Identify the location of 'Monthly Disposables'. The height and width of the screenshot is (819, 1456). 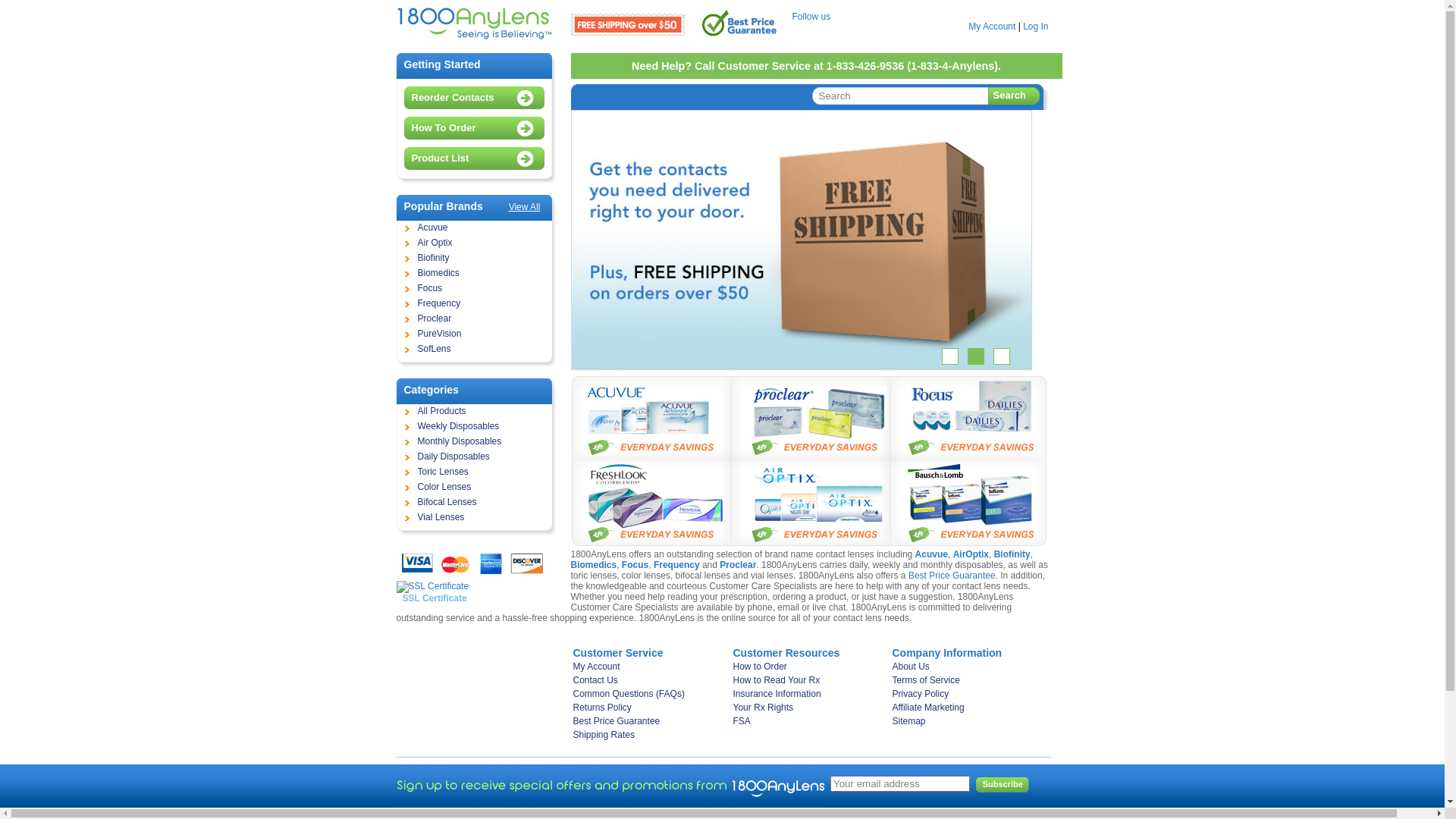
(473, 441).